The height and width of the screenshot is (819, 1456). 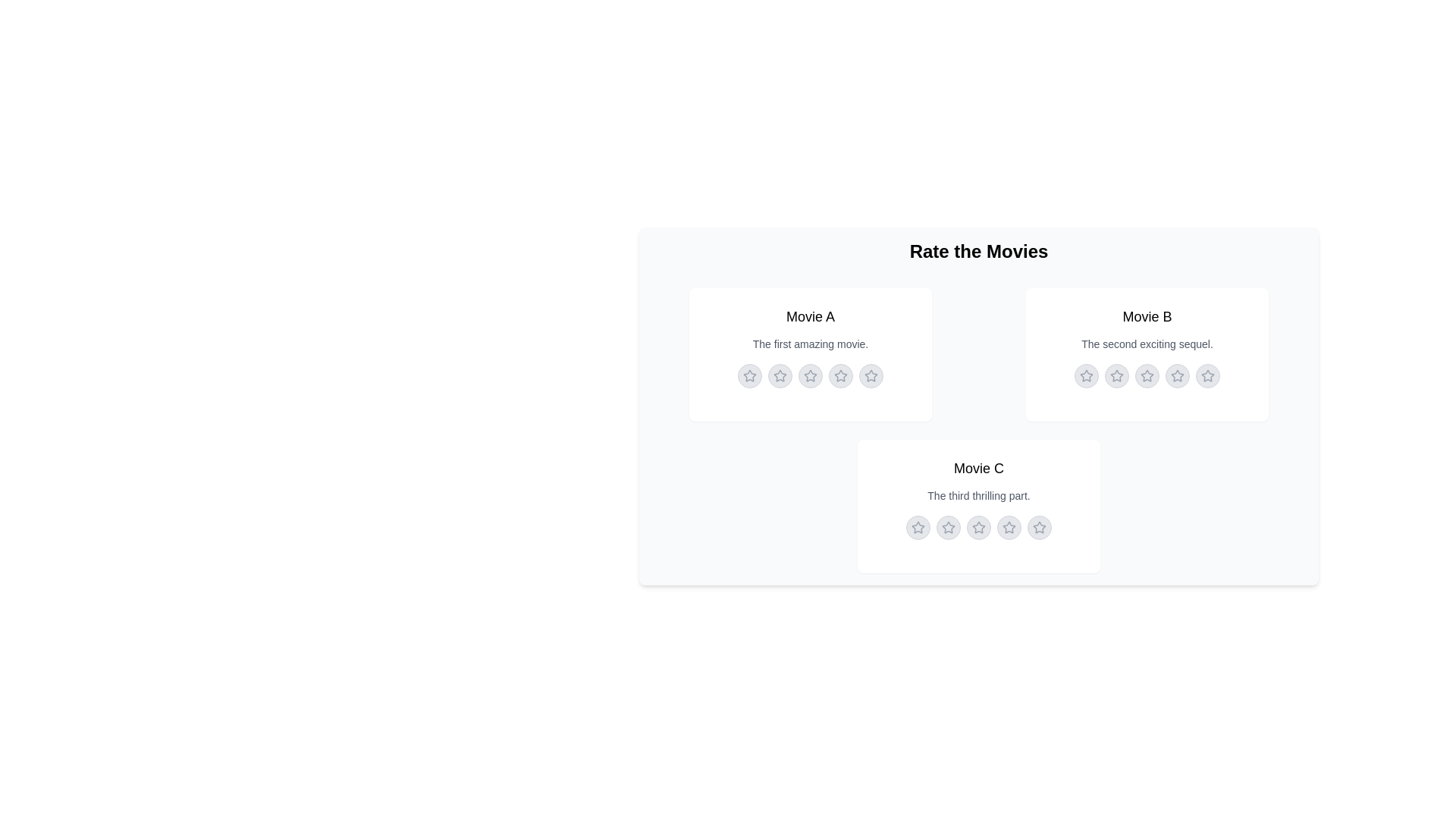 I want to click on the fifth star icon, which is a gray outlined star with no fill, located under 'Movie C', so click(x=1039, y=526).